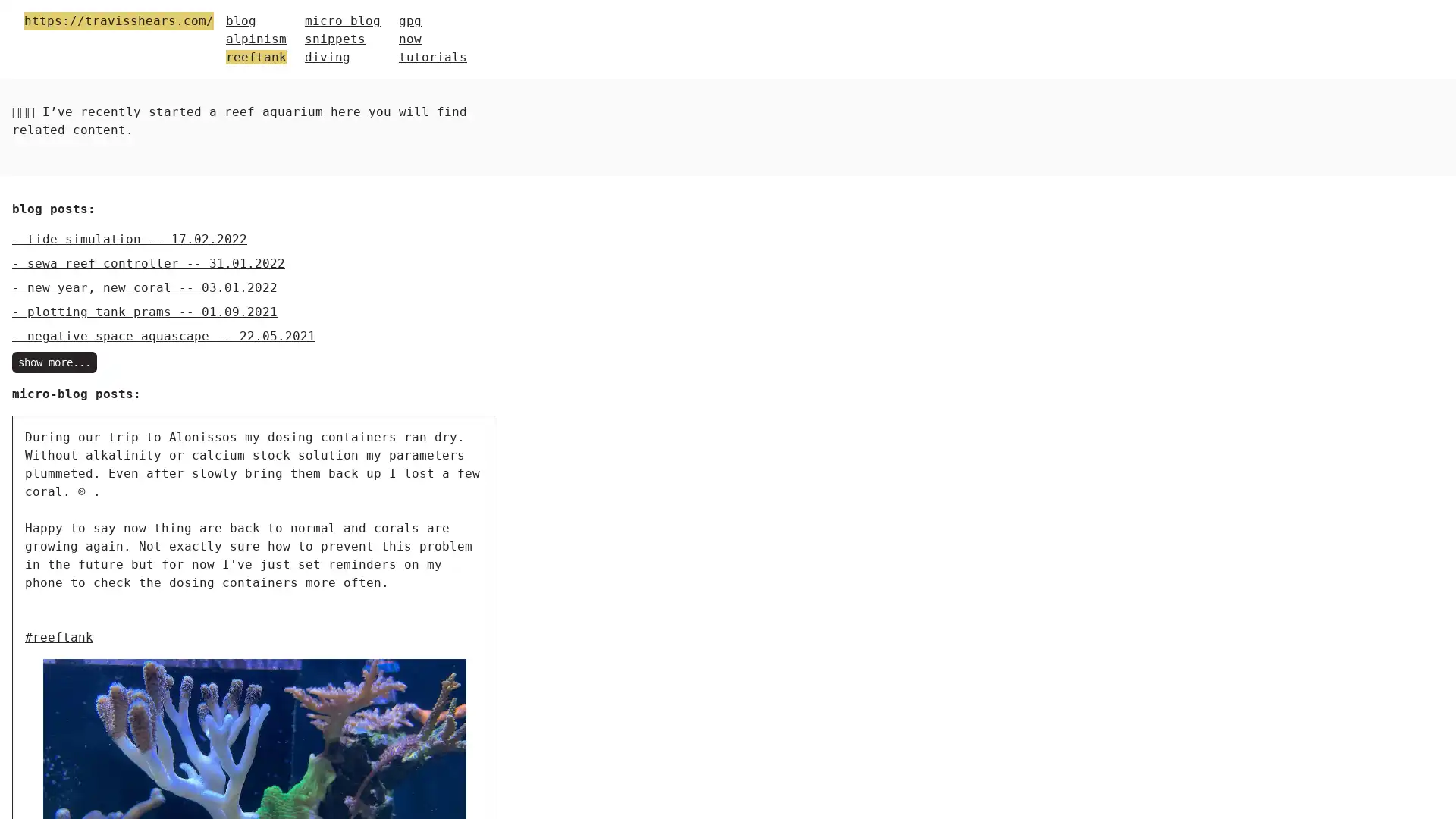  Describe the element at coordinates (55, 362) in the screenshot. I see `show more...` at that location.